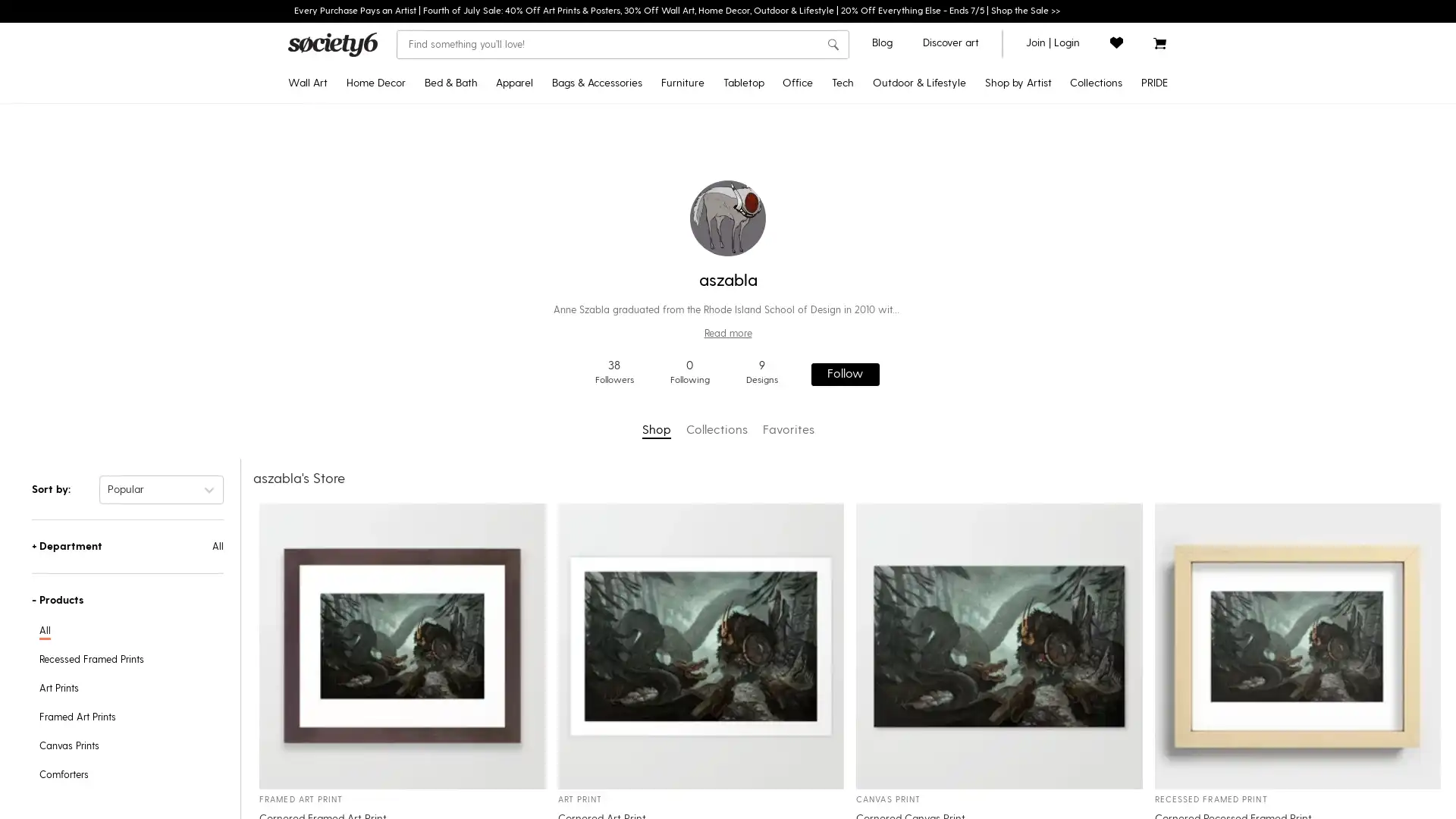  I want to click on Collections, so click(1096, 83).